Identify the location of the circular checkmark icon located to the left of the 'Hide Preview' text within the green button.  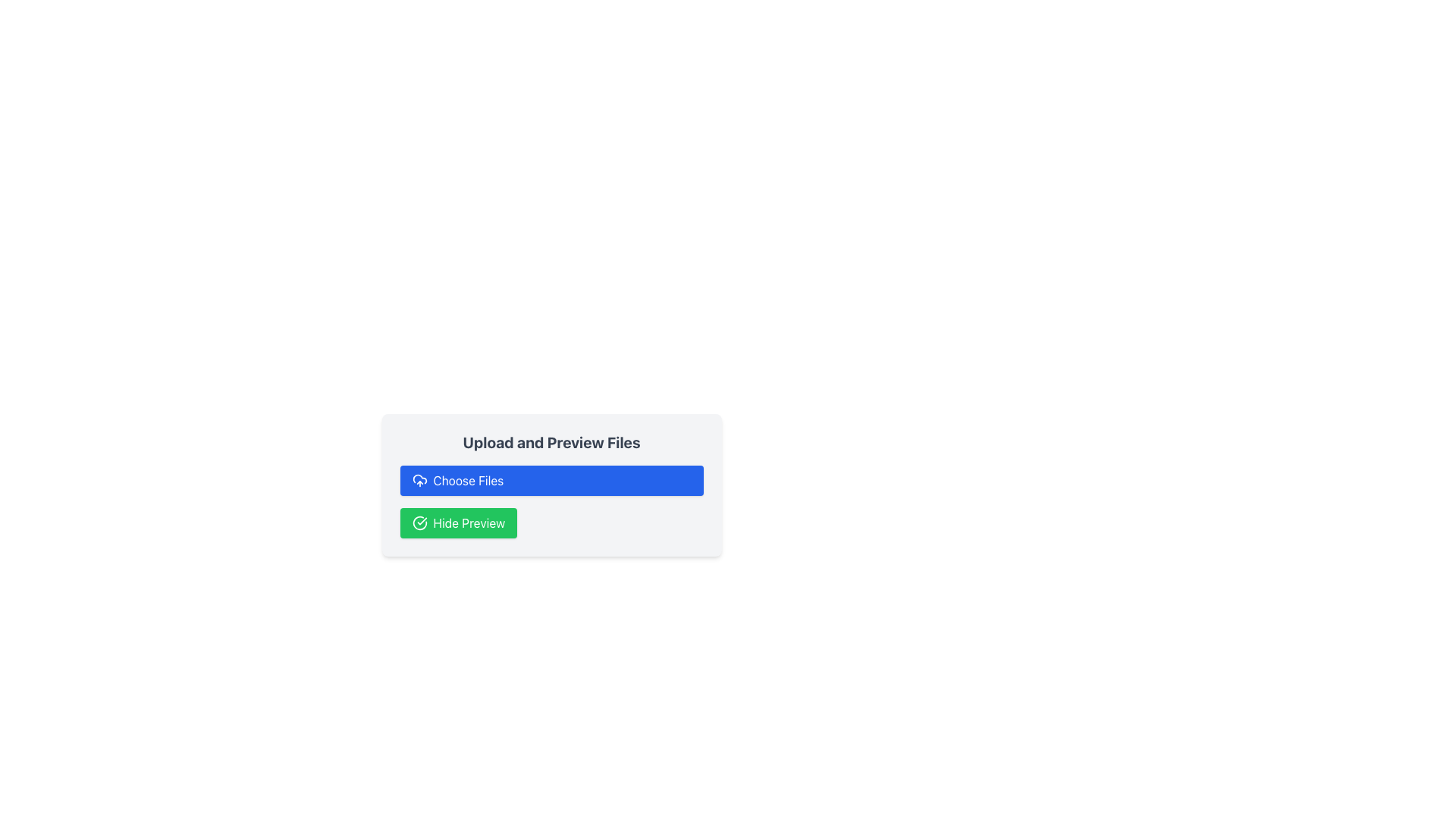
(419, 522).